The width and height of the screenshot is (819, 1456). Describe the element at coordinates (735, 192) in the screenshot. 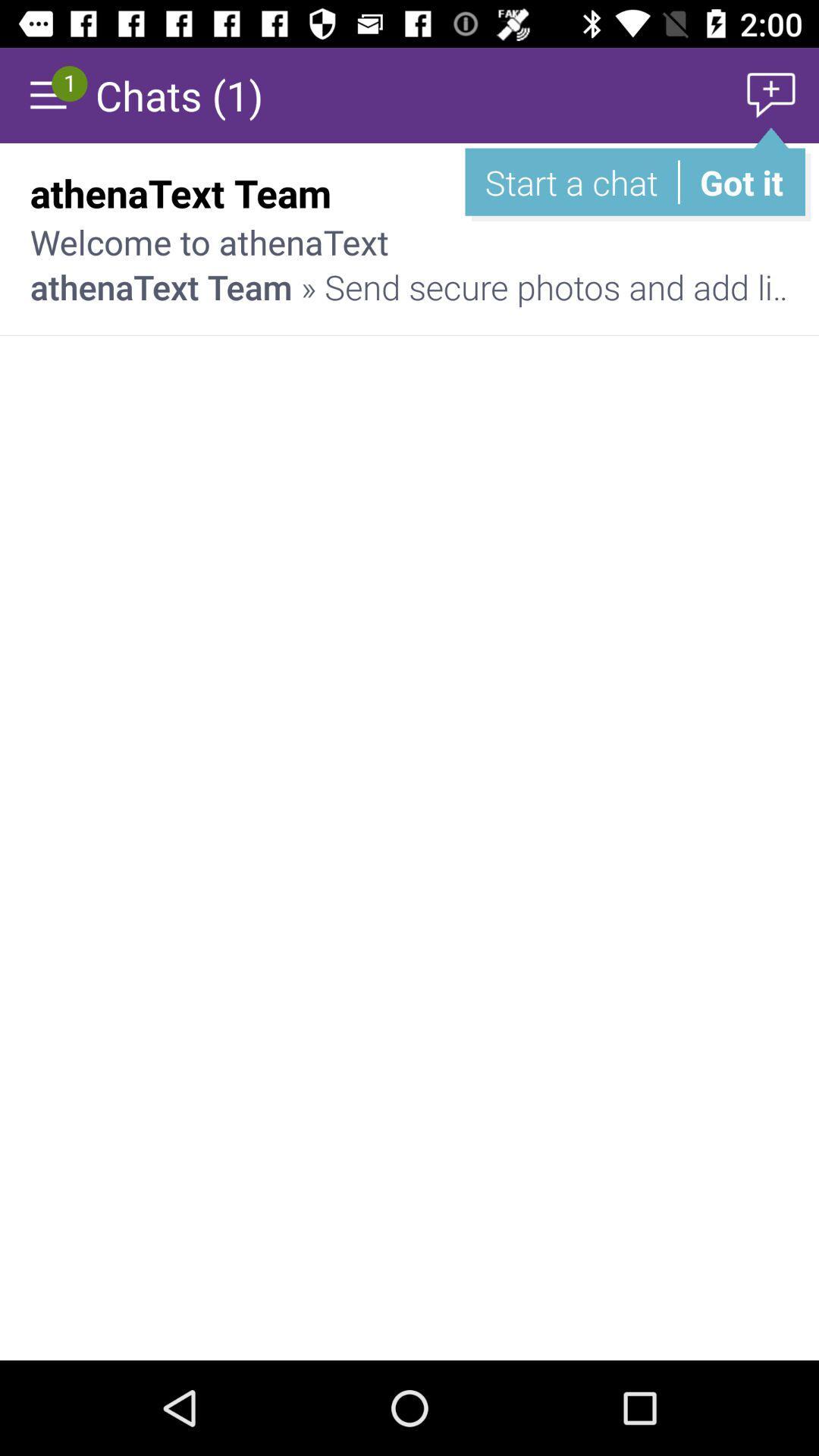

I see `1:59 am item` at that location.